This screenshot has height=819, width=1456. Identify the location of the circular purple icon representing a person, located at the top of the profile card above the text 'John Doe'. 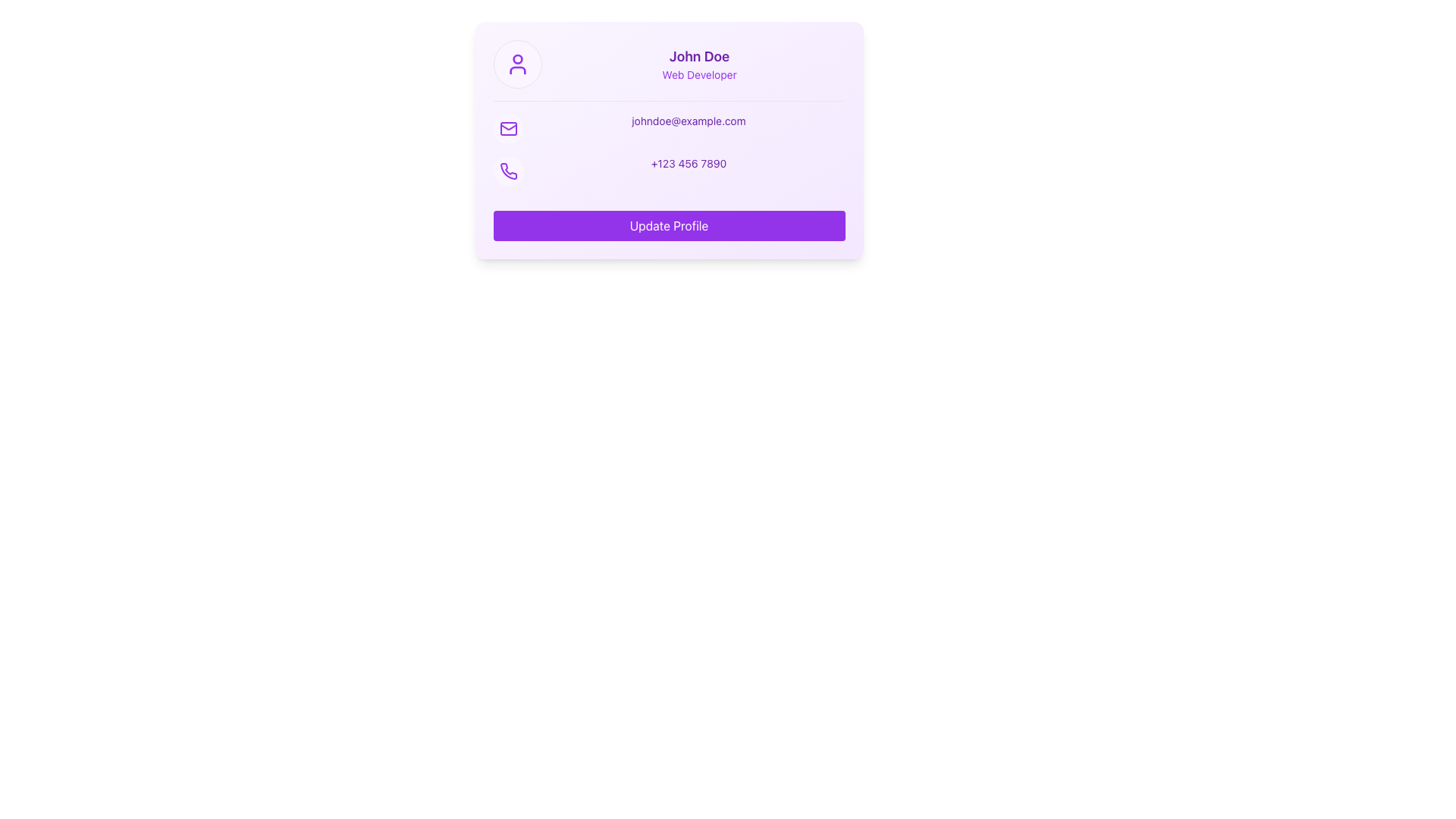
(517, 63).